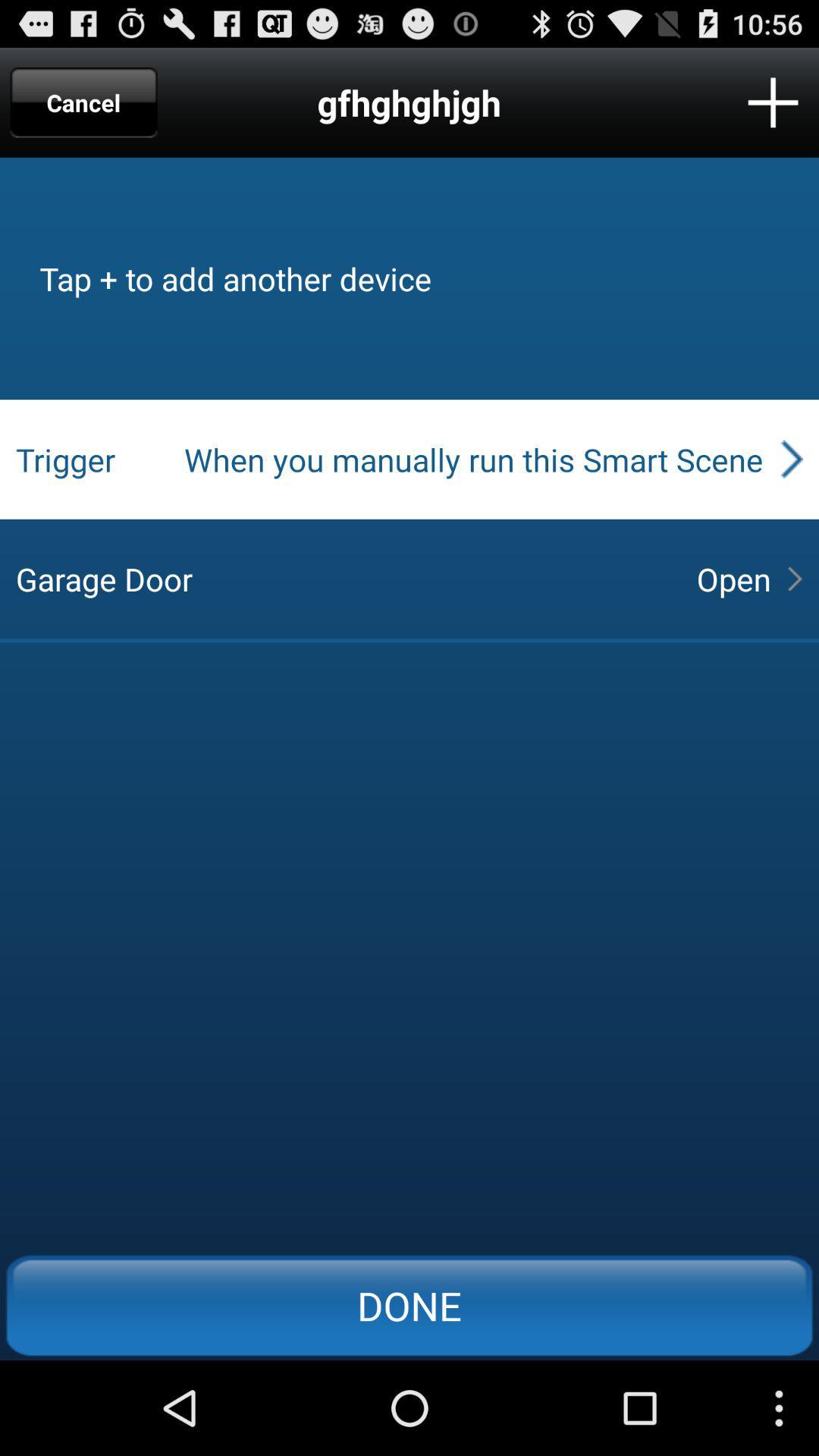  What do you see at coordinates (343, 578) in the screenshot?
I see `app next to open icon` at bounding box center [343, 578].